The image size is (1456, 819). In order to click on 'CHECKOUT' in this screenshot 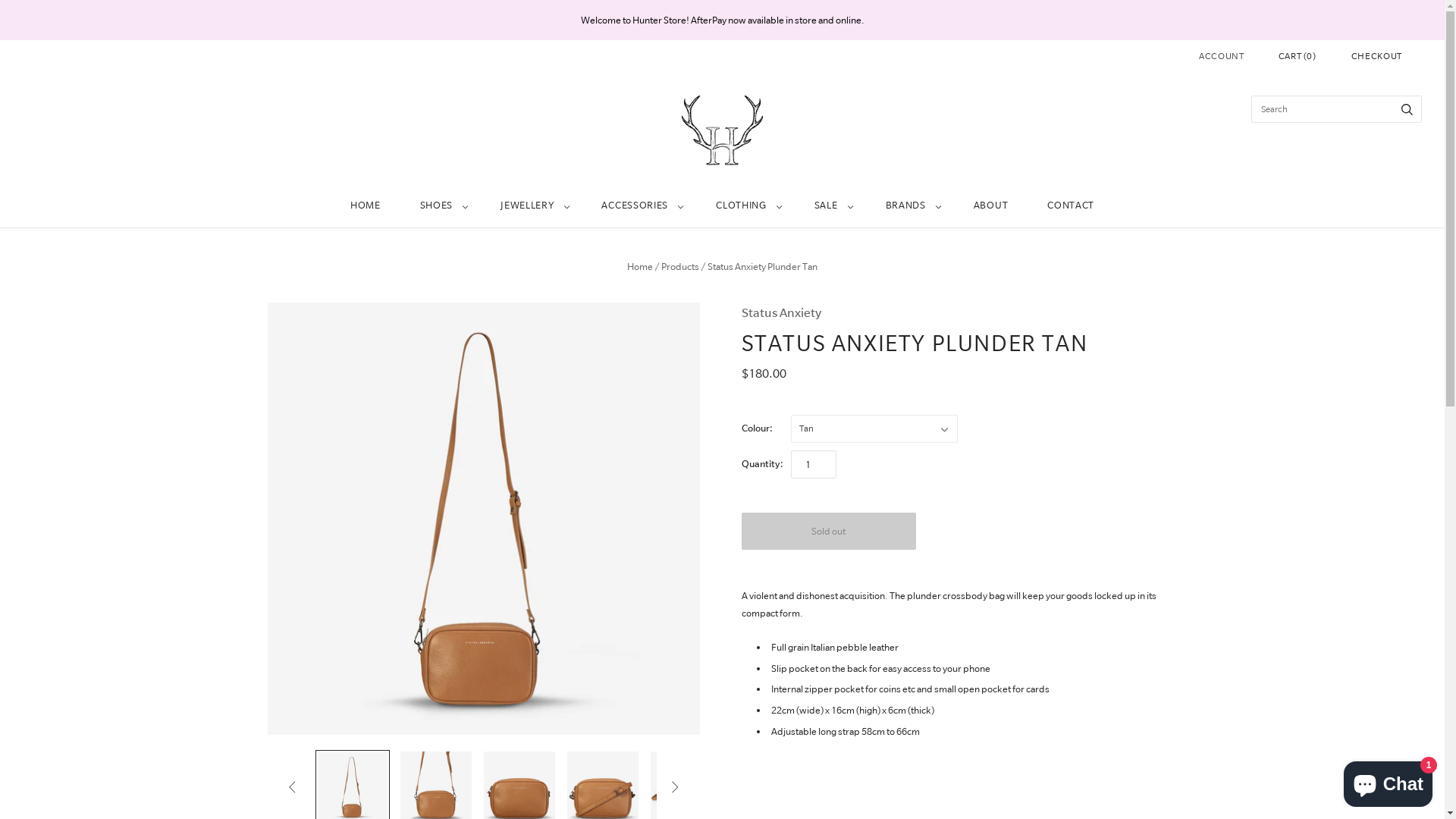, I will do `click(1376, 55)`.